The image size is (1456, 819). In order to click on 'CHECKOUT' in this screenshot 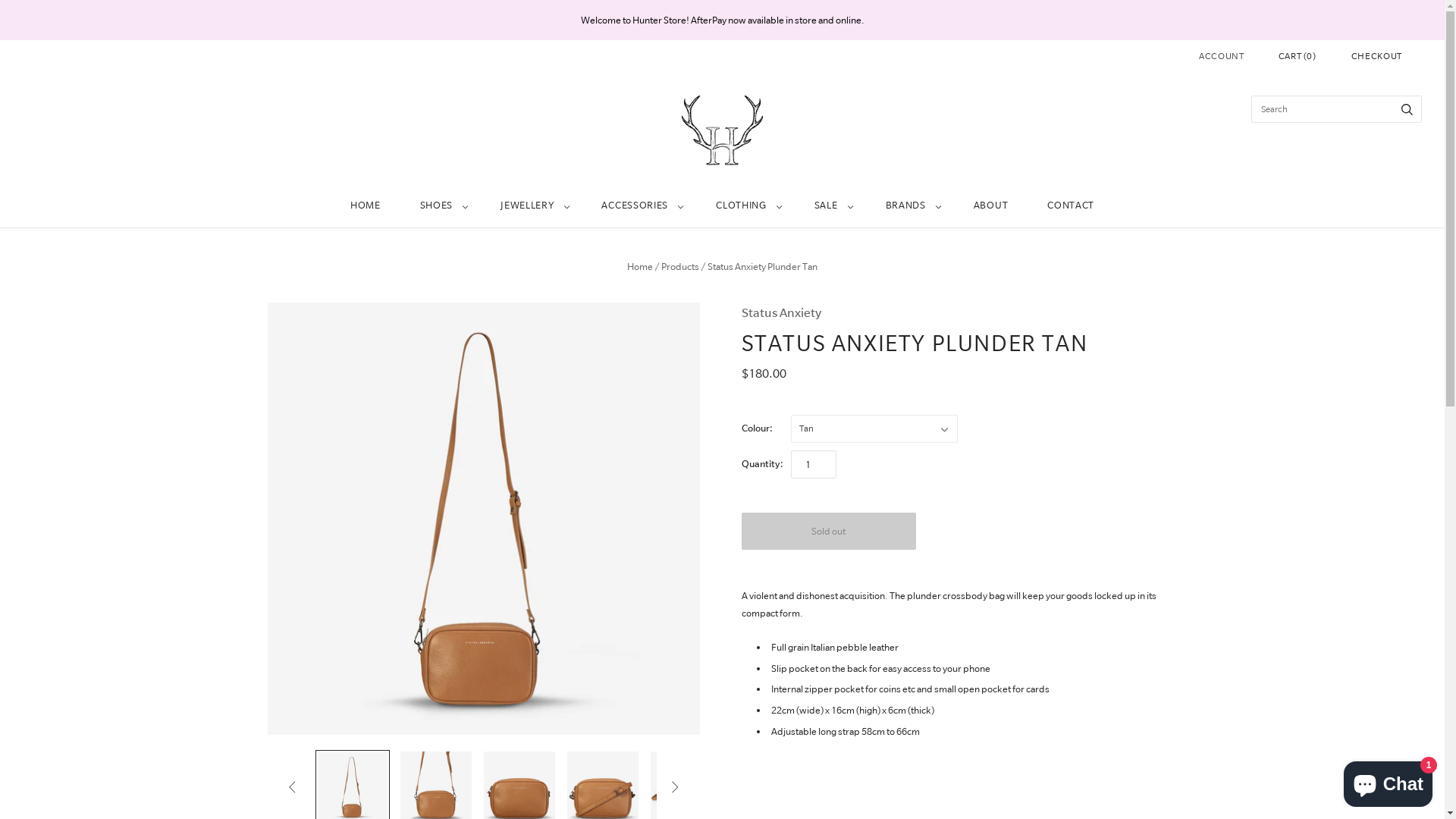, I will do `click(1376, 55)`.